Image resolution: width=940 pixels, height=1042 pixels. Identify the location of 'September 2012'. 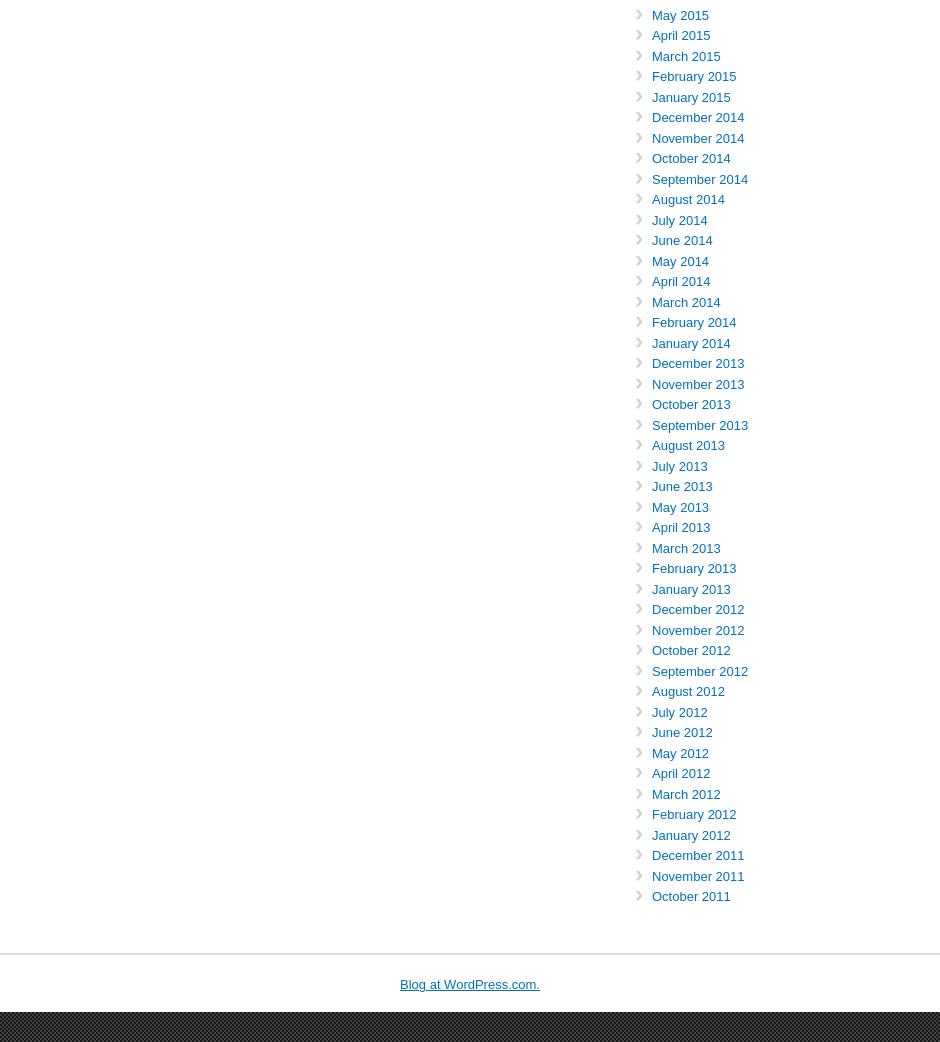
(699, 670).